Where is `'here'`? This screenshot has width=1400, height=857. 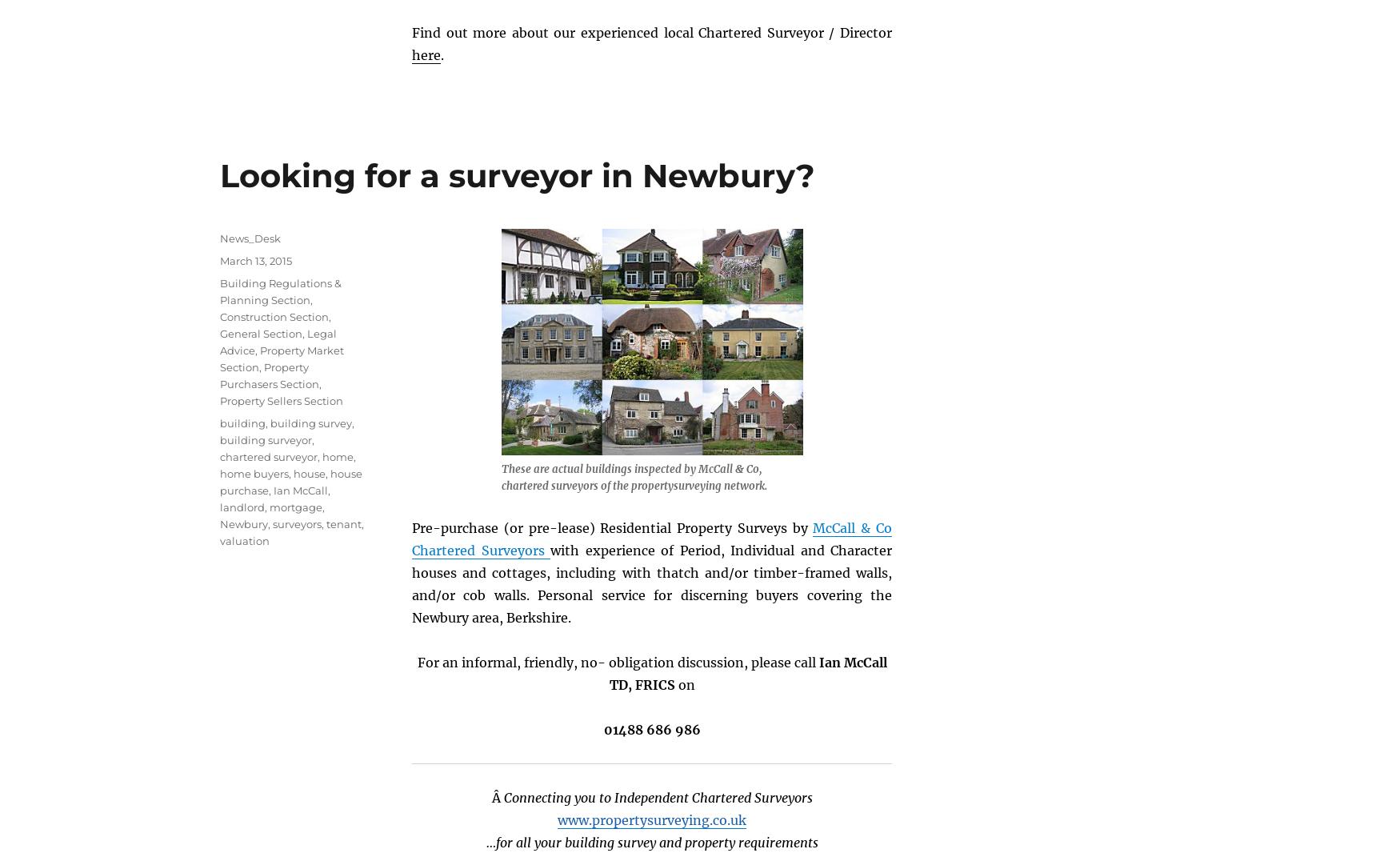 'here' is located at coordinates (426, 54).